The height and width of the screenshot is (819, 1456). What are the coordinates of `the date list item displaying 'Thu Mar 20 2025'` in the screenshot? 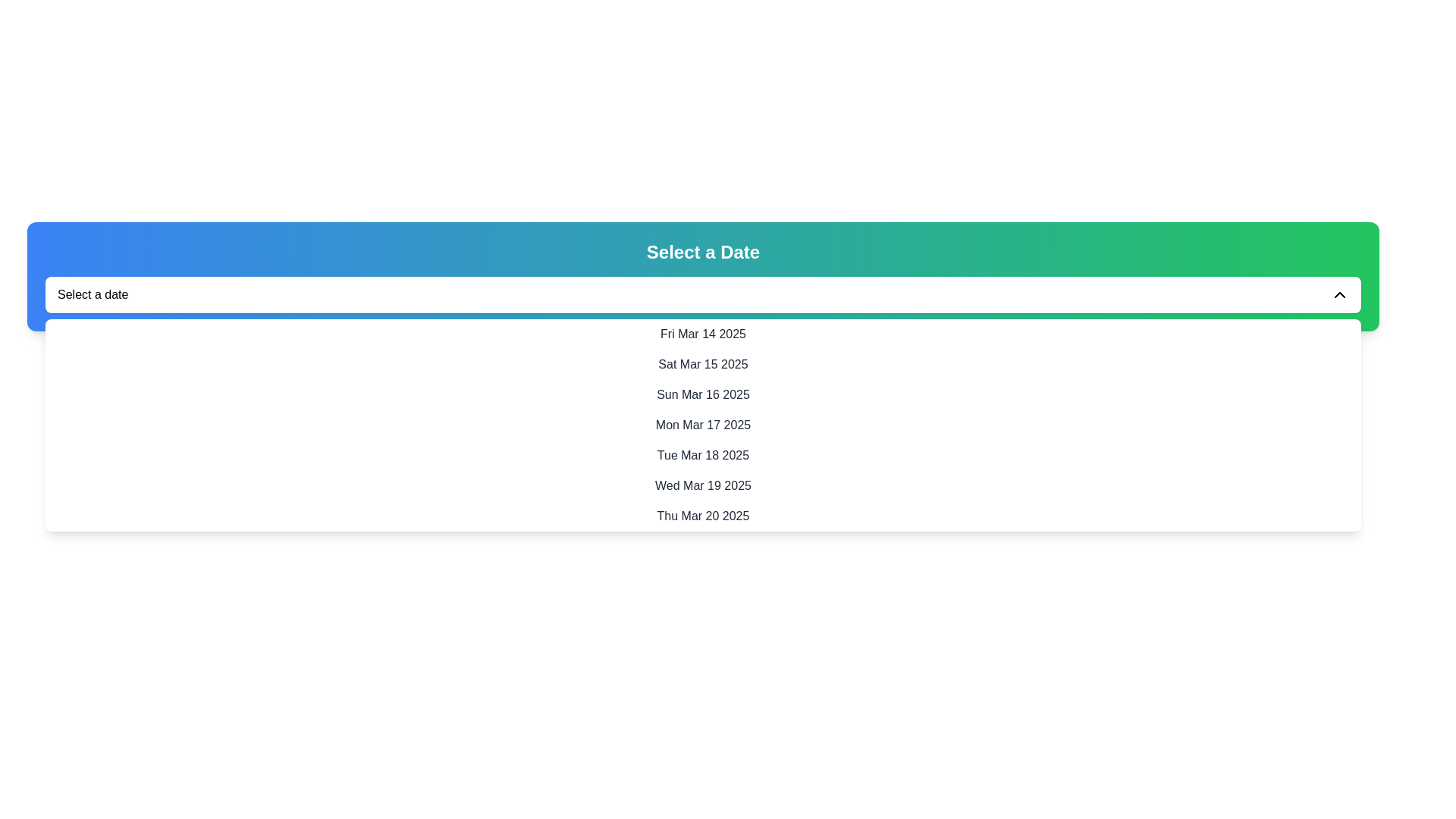 It's located at (702, 516).